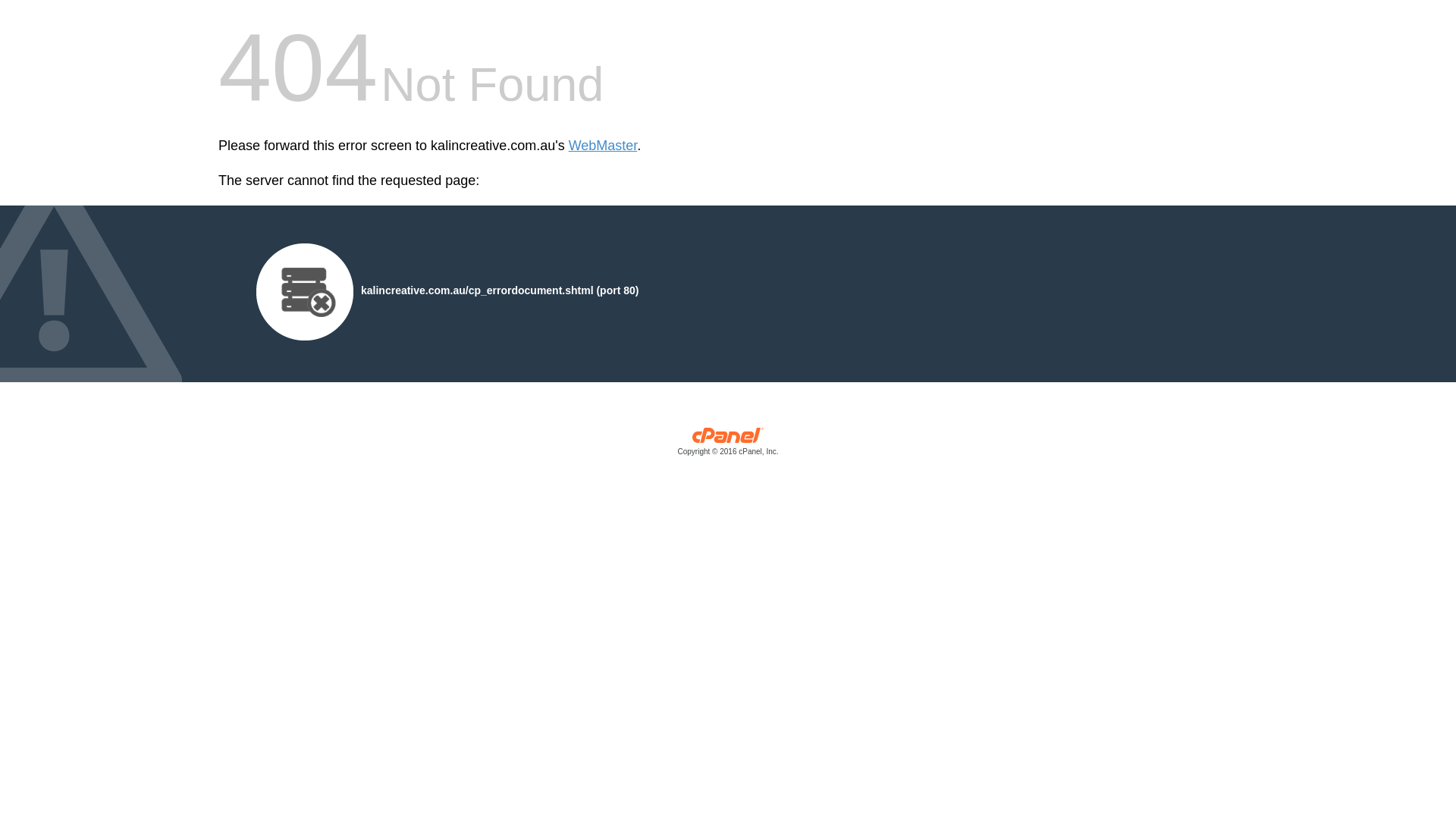 Image resolution: width=1456 pixels, height=819 pixels. Describe the element at coordinates (567, 146) in the screenshot. I see `'WebMaster'` at that location.